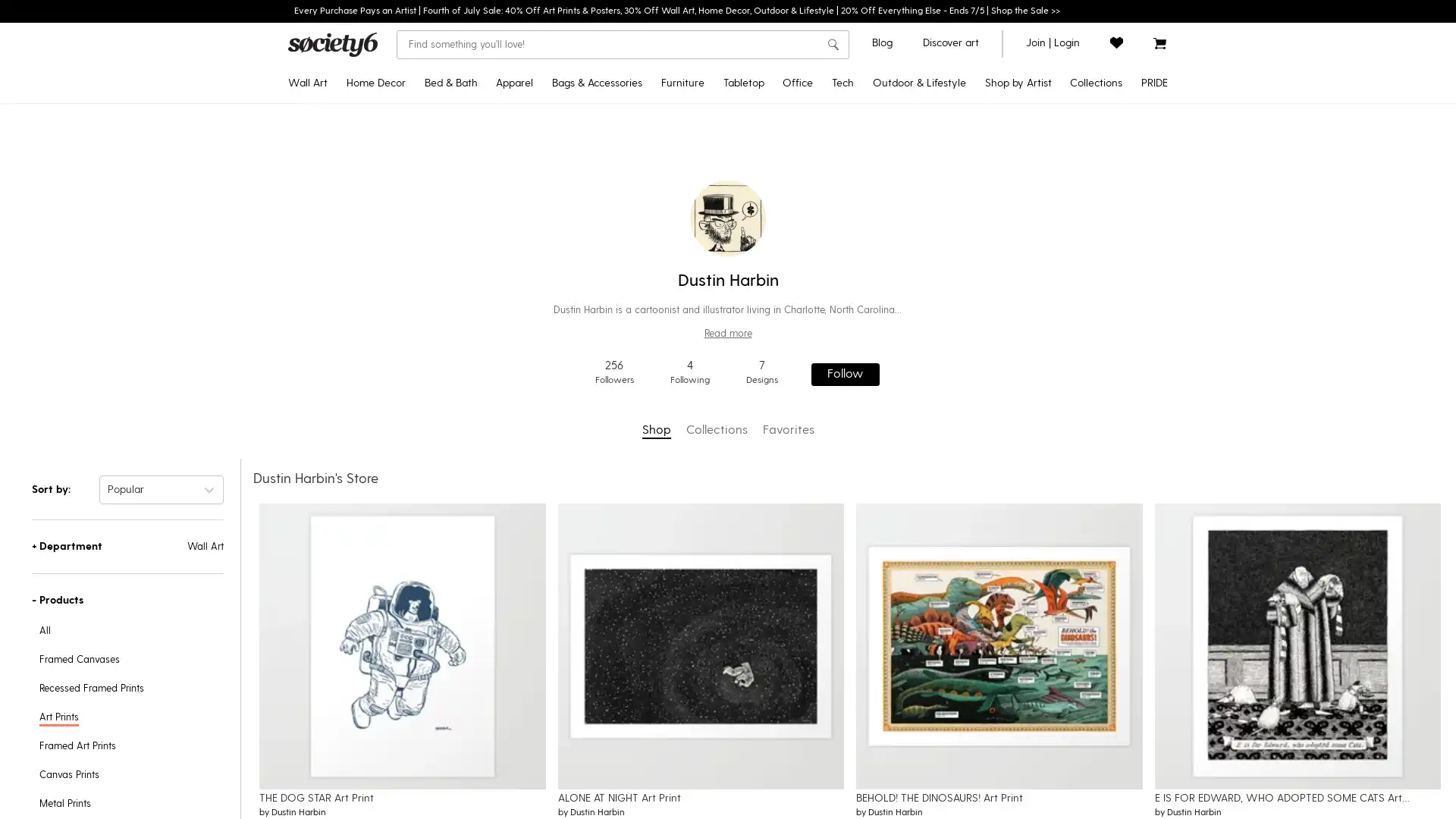 The height and width of the screenshot is (819, 1456). I want to click on +Department Wall Art, so click(127, 546).